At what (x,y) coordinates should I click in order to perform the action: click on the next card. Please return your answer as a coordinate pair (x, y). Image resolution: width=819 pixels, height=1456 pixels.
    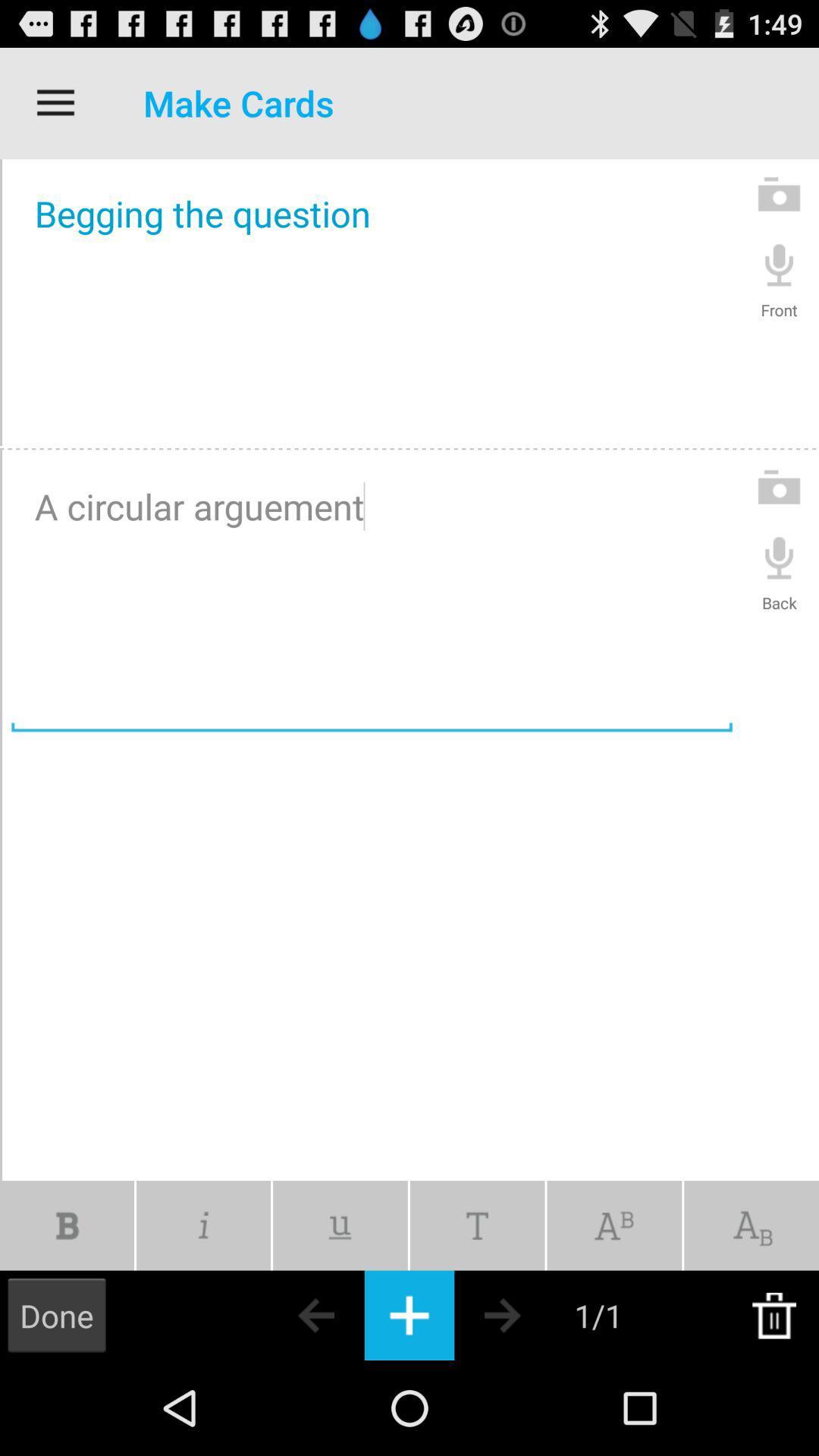
    Looking at the image, I should click on (529, 1314).